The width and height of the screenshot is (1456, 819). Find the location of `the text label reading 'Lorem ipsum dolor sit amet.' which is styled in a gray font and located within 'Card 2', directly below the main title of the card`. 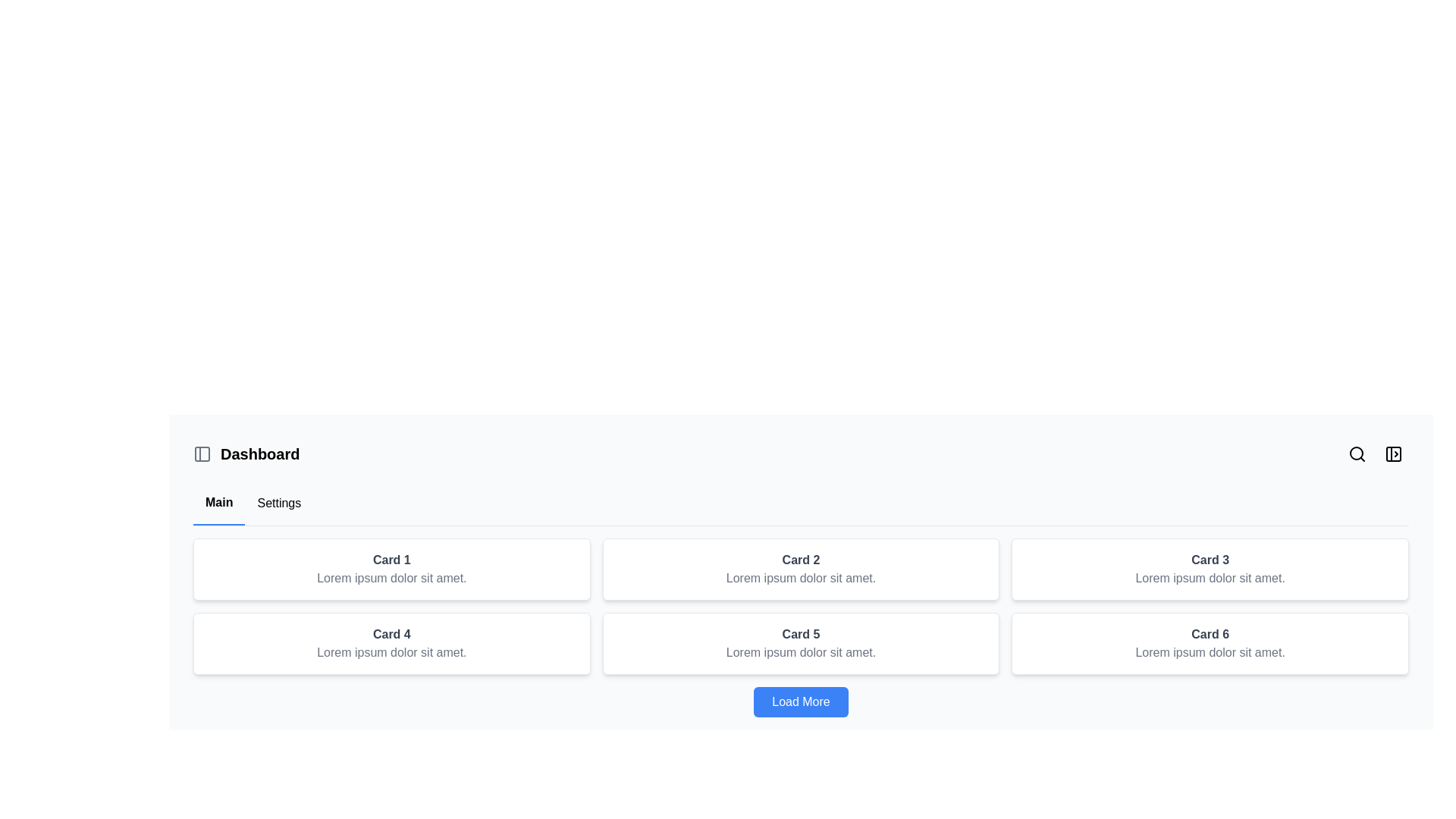

the text label reading 'Lorem ipsum dolor sit amet.' which is styled in a gray font and located within 'Card 2', directly below the main title of the card is located at coordinates (800, 579).